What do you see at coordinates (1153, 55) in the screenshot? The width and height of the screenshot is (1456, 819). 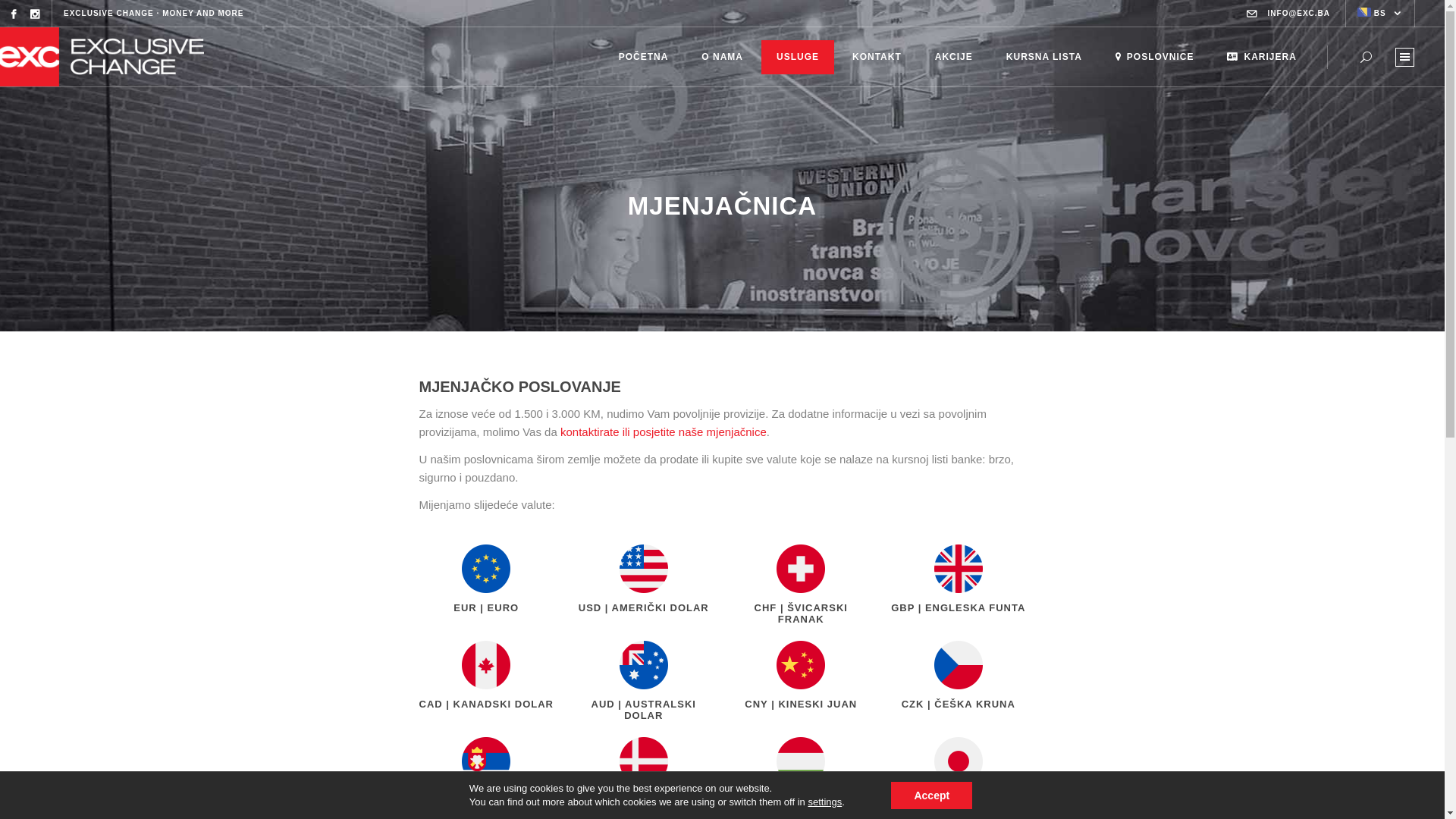 I see `'POSLOVNICE'` at bounding box center [1153, 55].